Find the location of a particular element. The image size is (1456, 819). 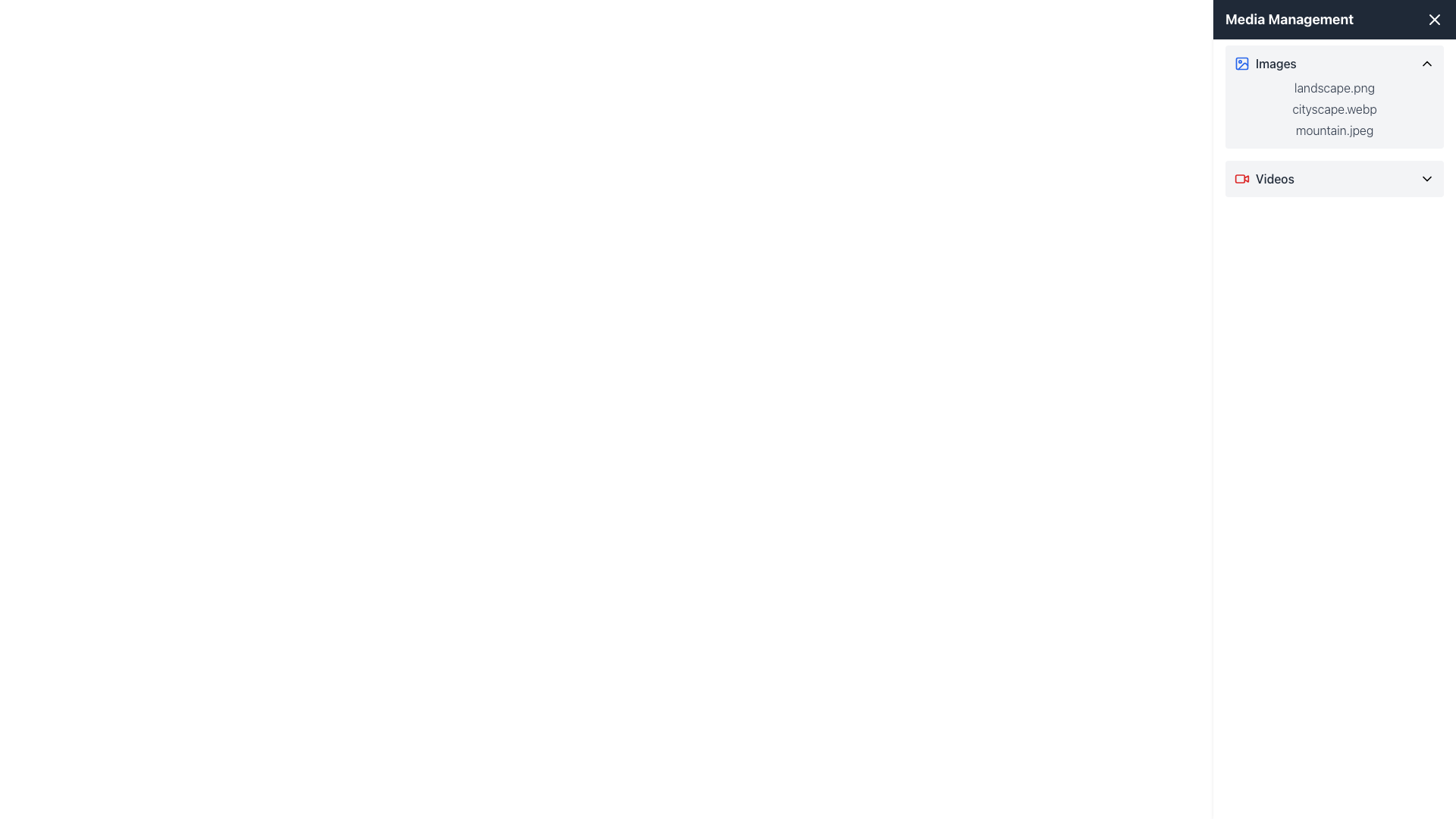

the 'Images' label with the blue icon in the Media Management panel to interact with the image files section is located at coordinates (1265, 63).